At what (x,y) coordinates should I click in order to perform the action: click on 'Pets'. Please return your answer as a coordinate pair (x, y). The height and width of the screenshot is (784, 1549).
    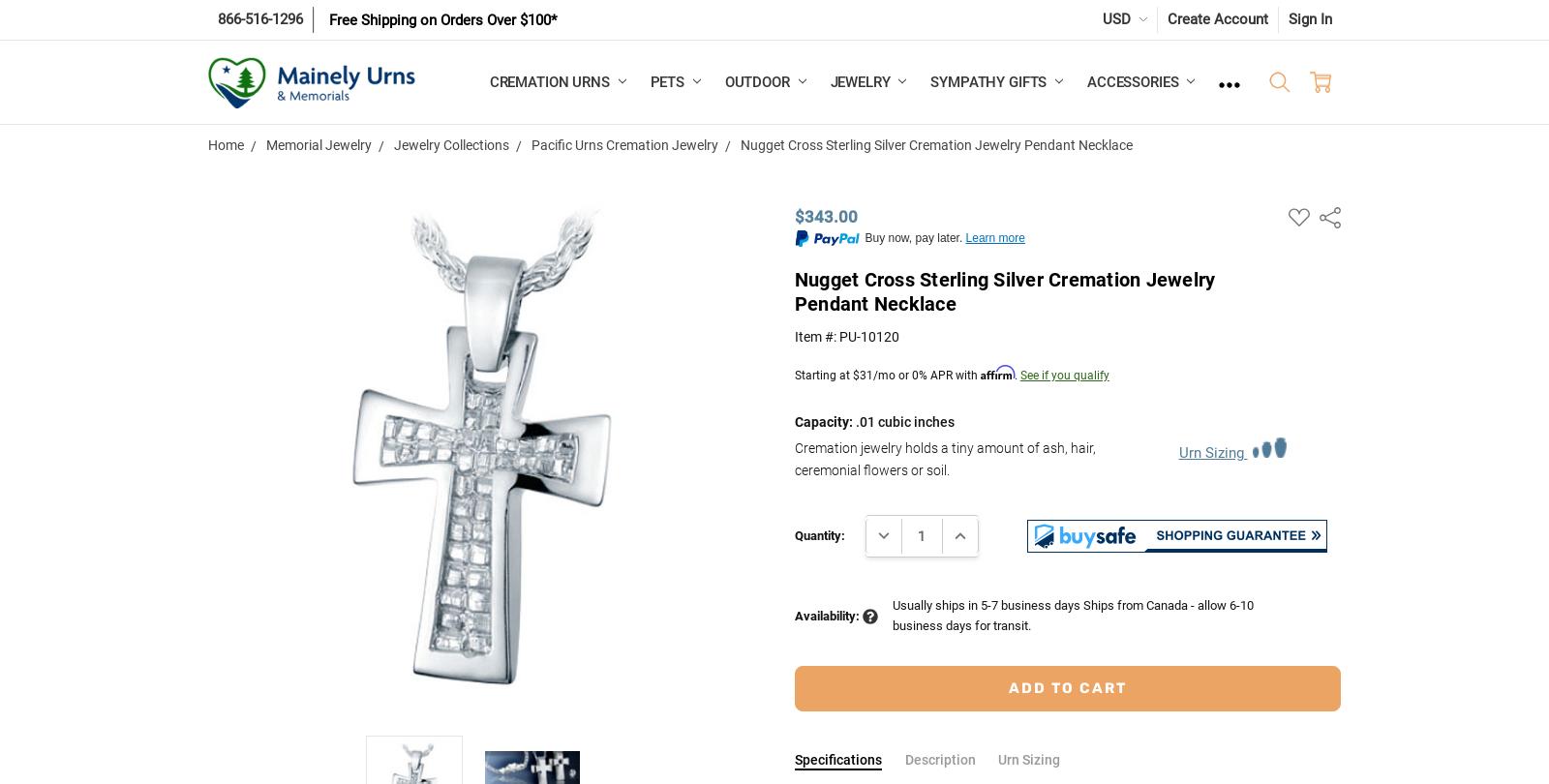
    Looking at the image, I should click on (668, 81).